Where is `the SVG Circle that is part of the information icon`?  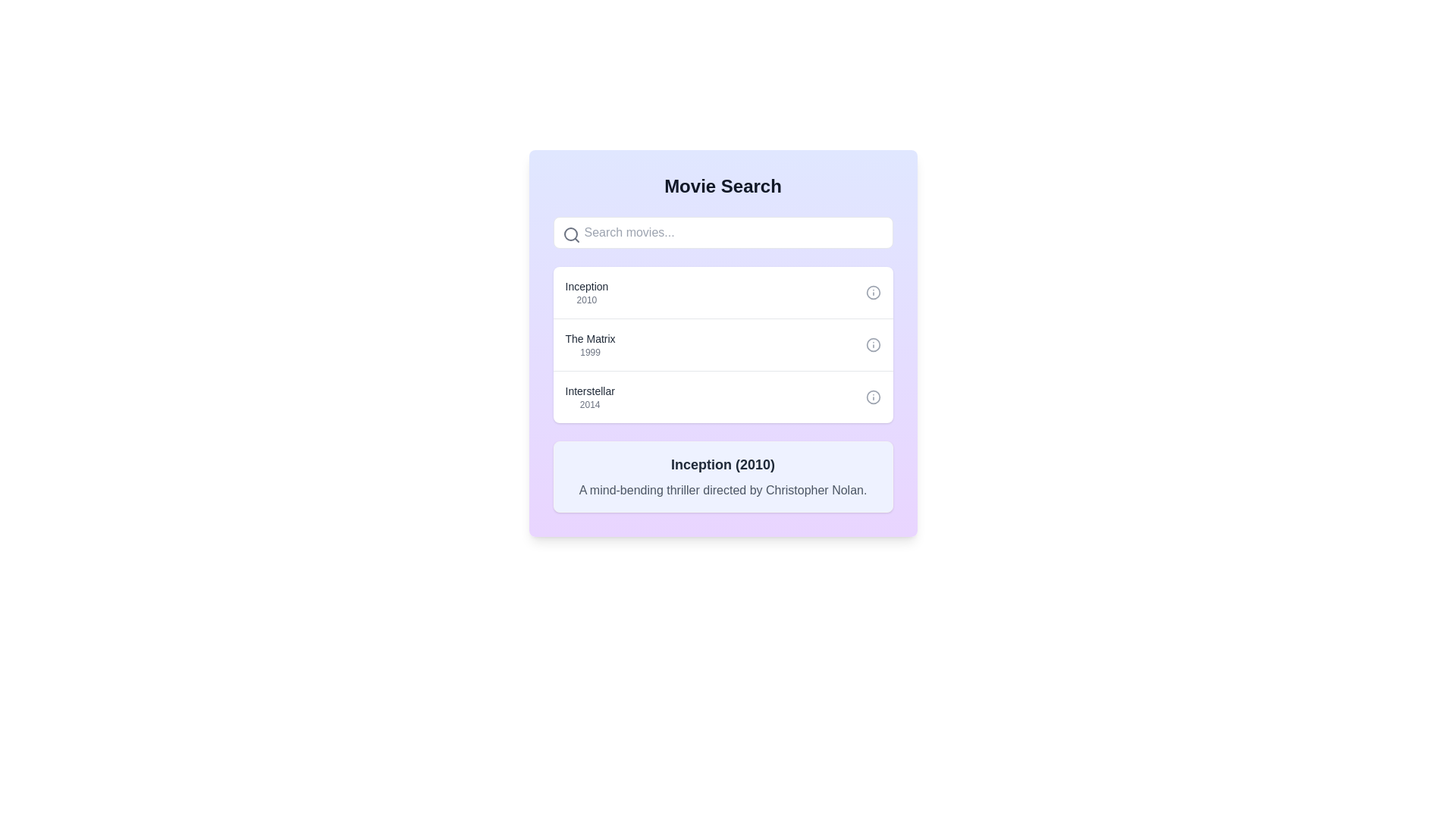 the SVG Circle that is part of the information icon is located at coordinates (873, 292).